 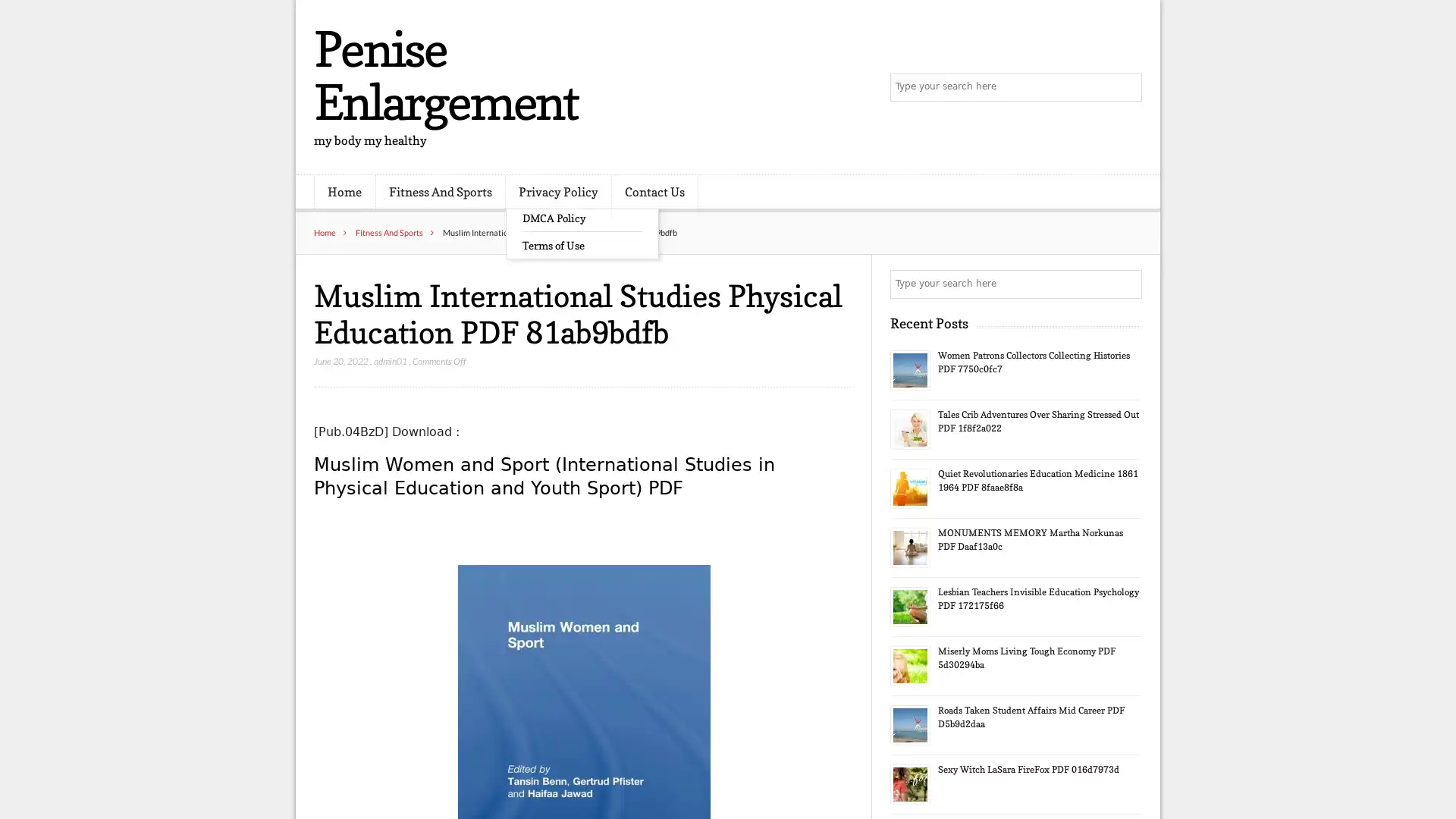 What do you see at coordinates (1126, 87) in the screenshot?
I see `Search` at bounding box center [1126, 87].